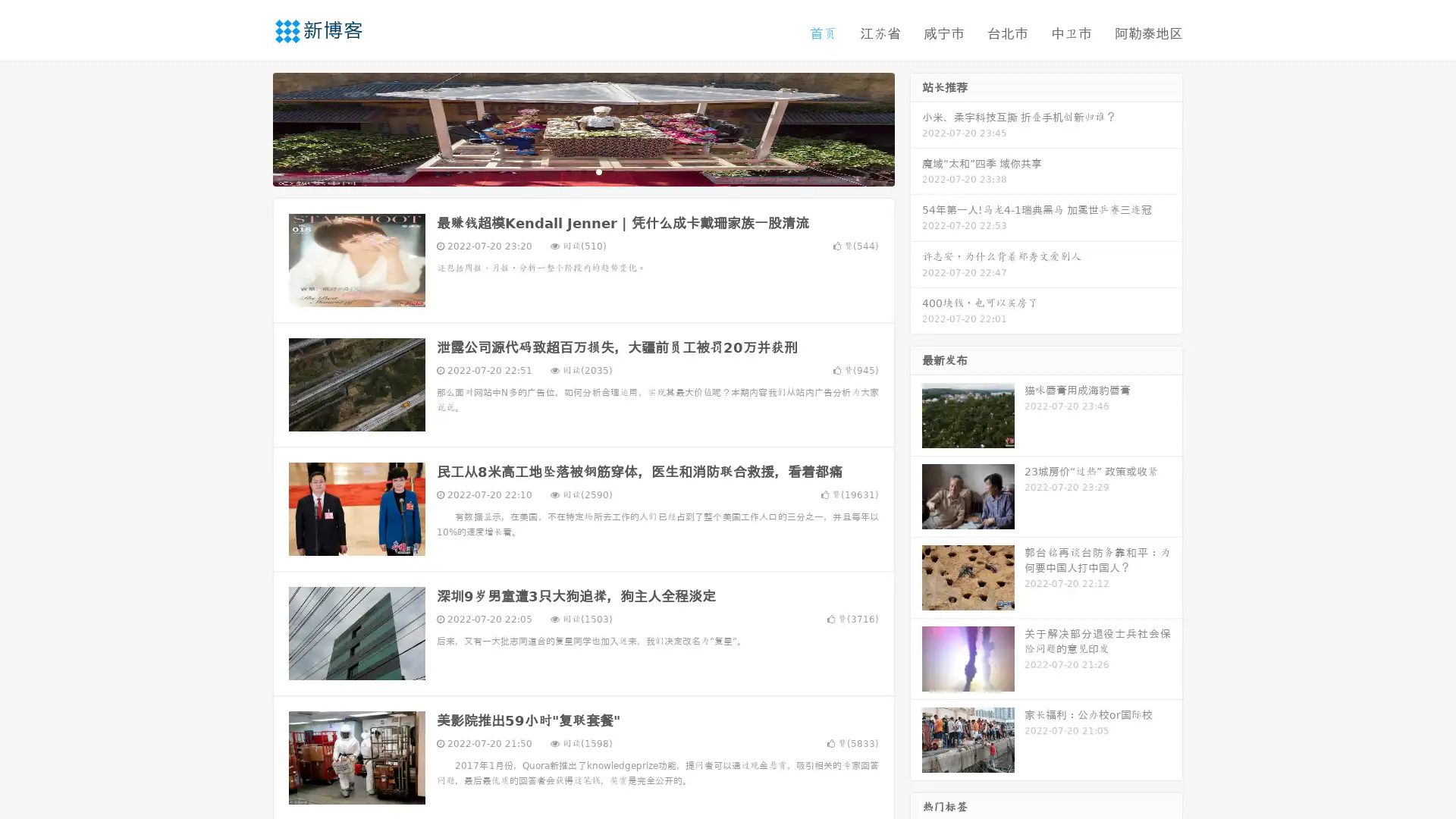 The height and width of the screenshot is (819, 1456). I want to click on Go to slide 2, so click(582, 171).